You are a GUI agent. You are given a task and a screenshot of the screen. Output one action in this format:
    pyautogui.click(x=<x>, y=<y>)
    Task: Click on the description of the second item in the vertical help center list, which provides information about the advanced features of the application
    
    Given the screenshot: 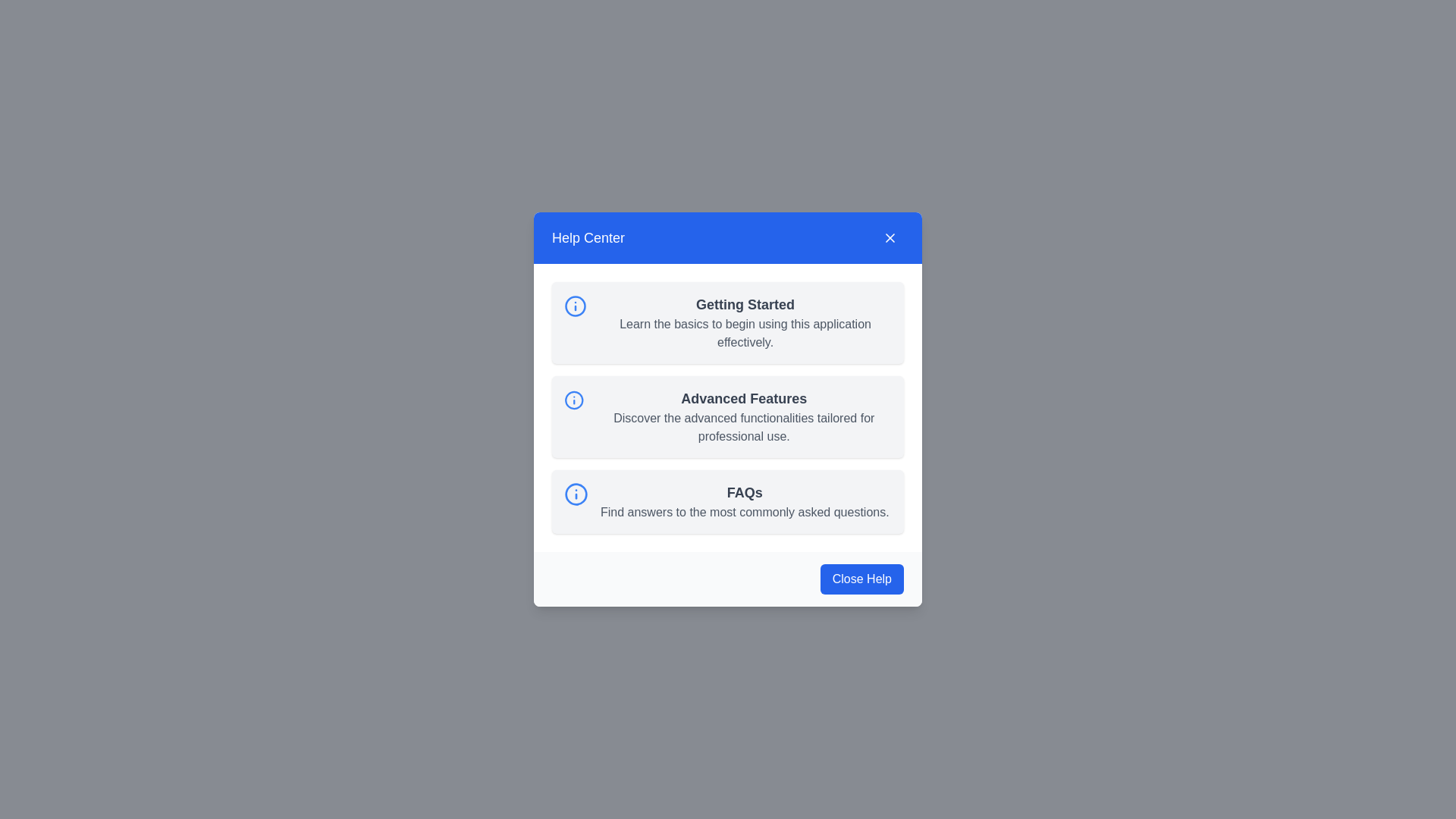 What is the action you would take?
    pyautogui.click(x=728, y=417)
    